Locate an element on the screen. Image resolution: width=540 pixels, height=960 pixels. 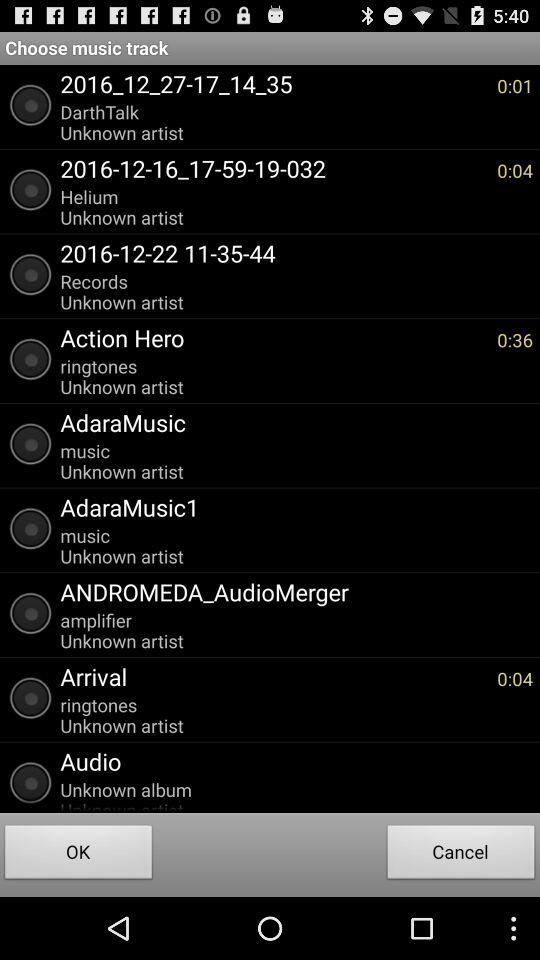
the item below the records is located at coordinates (272, 337).